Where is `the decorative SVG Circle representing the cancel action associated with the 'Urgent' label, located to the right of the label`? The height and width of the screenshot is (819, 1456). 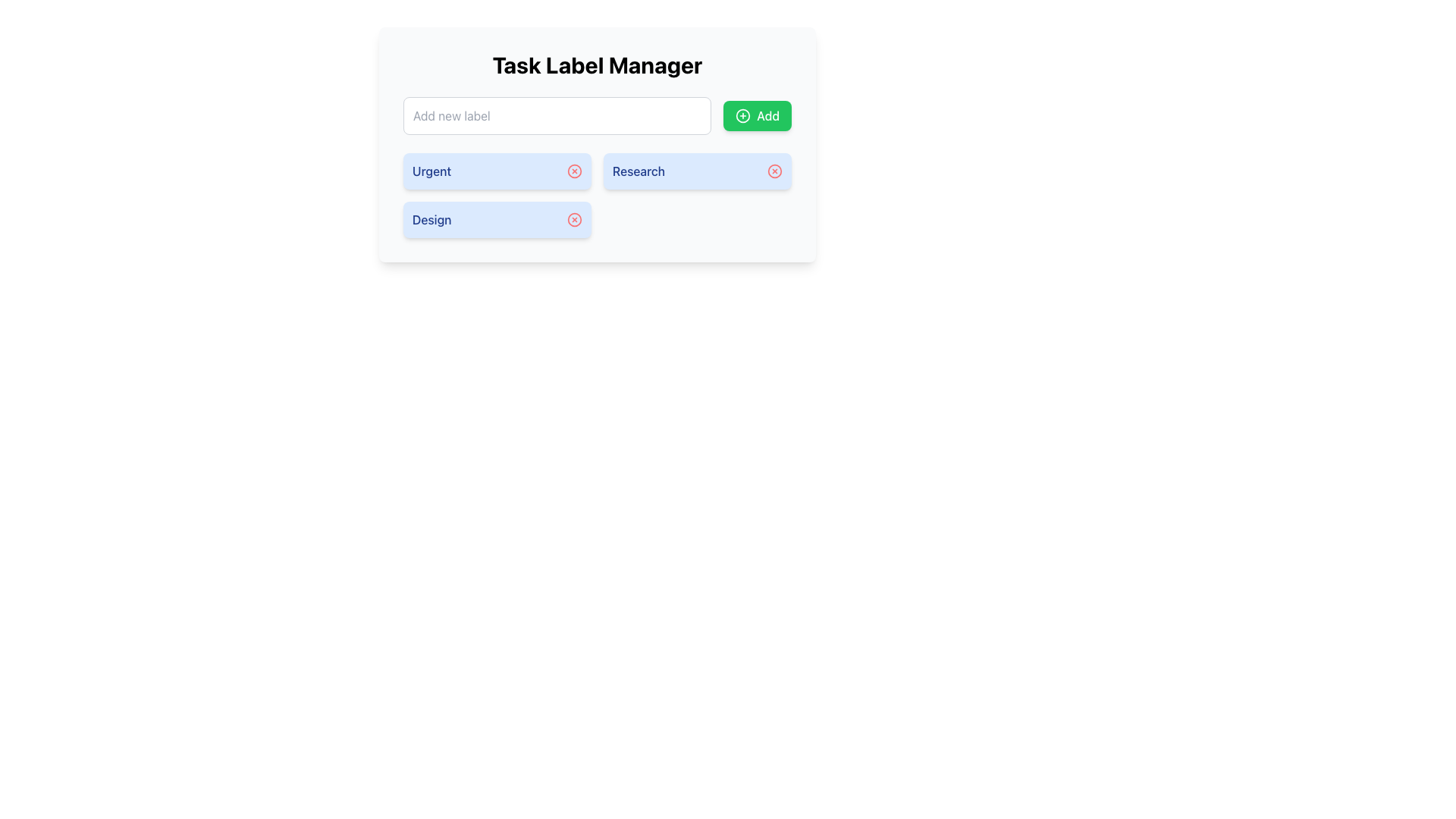
the decorative SVG Circle representing the cancel action associated with the 'Urgent' label, located to the right of the label is located at coordinates (574, 171).